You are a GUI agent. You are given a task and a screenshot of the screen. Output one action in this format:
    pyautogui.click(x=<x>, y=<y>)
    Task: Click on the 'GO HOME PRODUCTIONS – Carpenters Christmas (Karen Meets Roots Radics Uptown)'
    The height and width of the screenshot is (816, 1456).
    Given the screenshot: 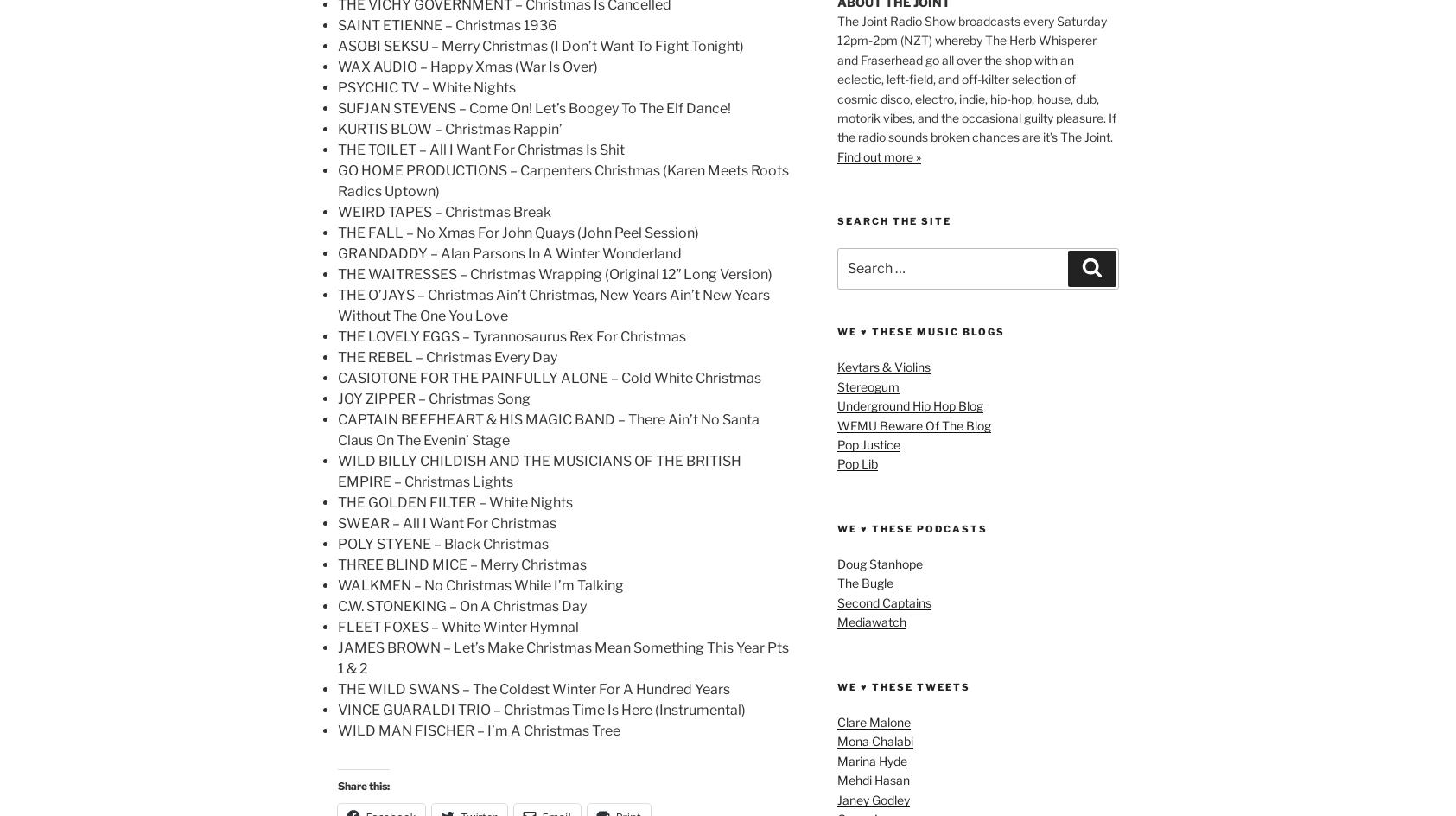 What is the action you would take?
    pyautogui.click(x=563, y=180)
    